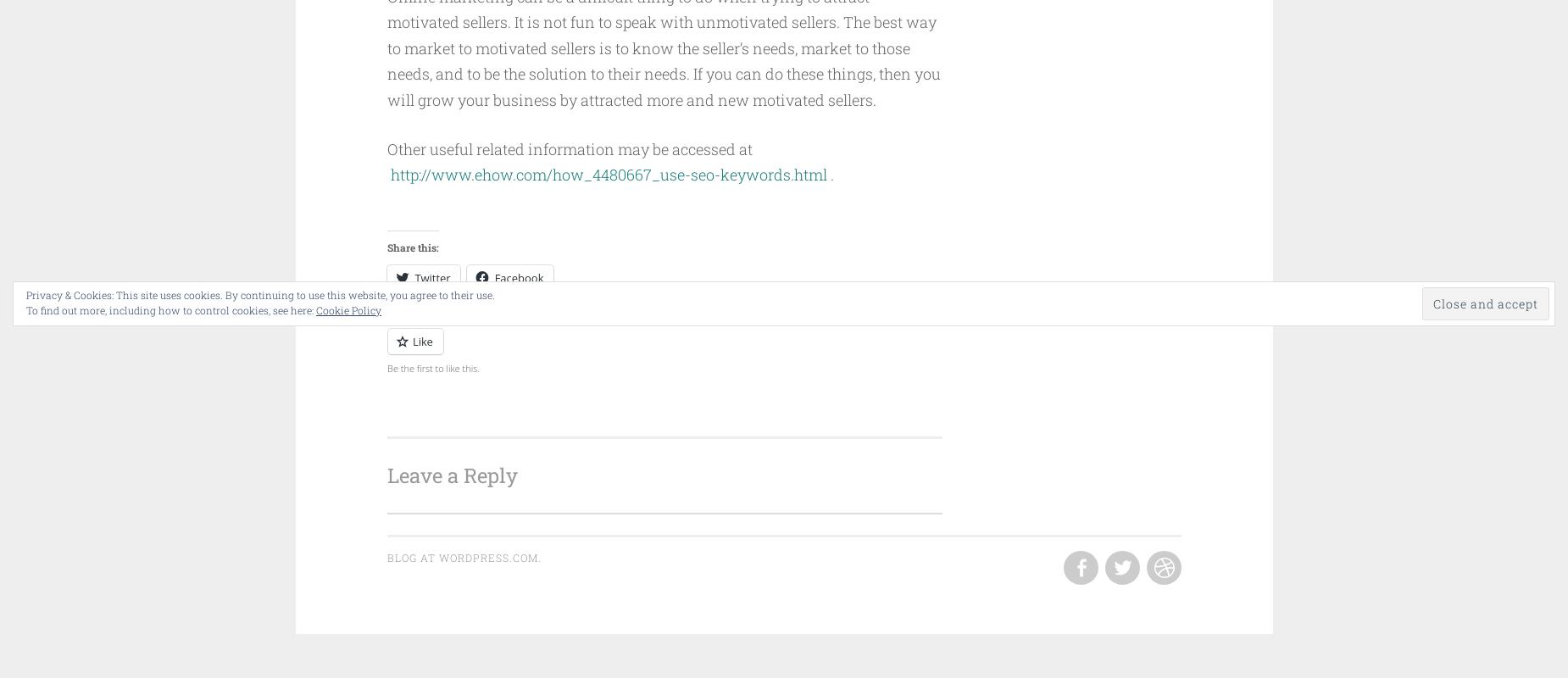  I want to click on 'Leave a Reply', so click(451, 475).